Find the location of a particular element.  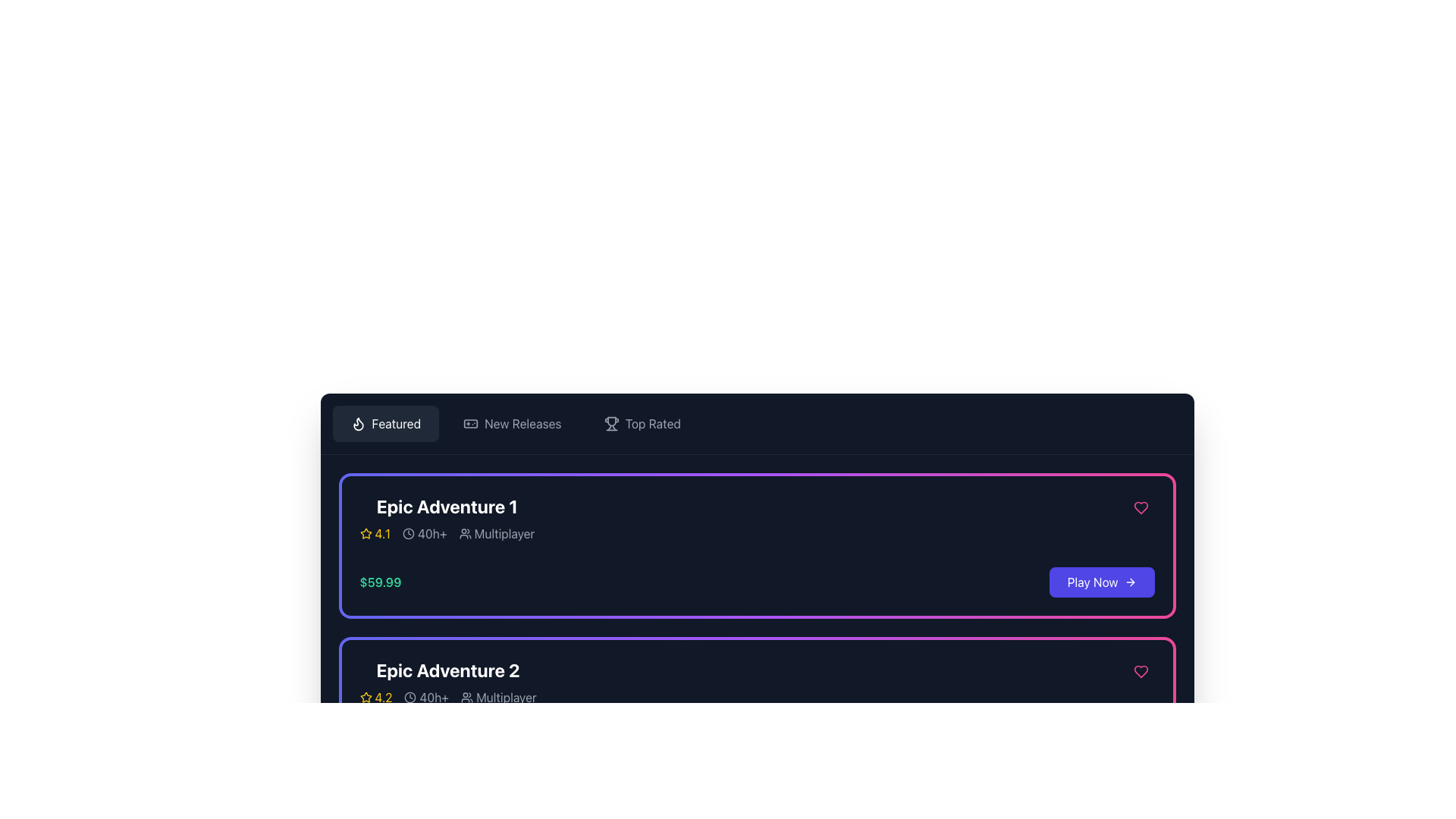

the informational label indicating the estimated game duration, which reads '40 hours or more', located between the rating indicator '4.1' and the text 'Multiplayer' is located at coordinates (425, 533).